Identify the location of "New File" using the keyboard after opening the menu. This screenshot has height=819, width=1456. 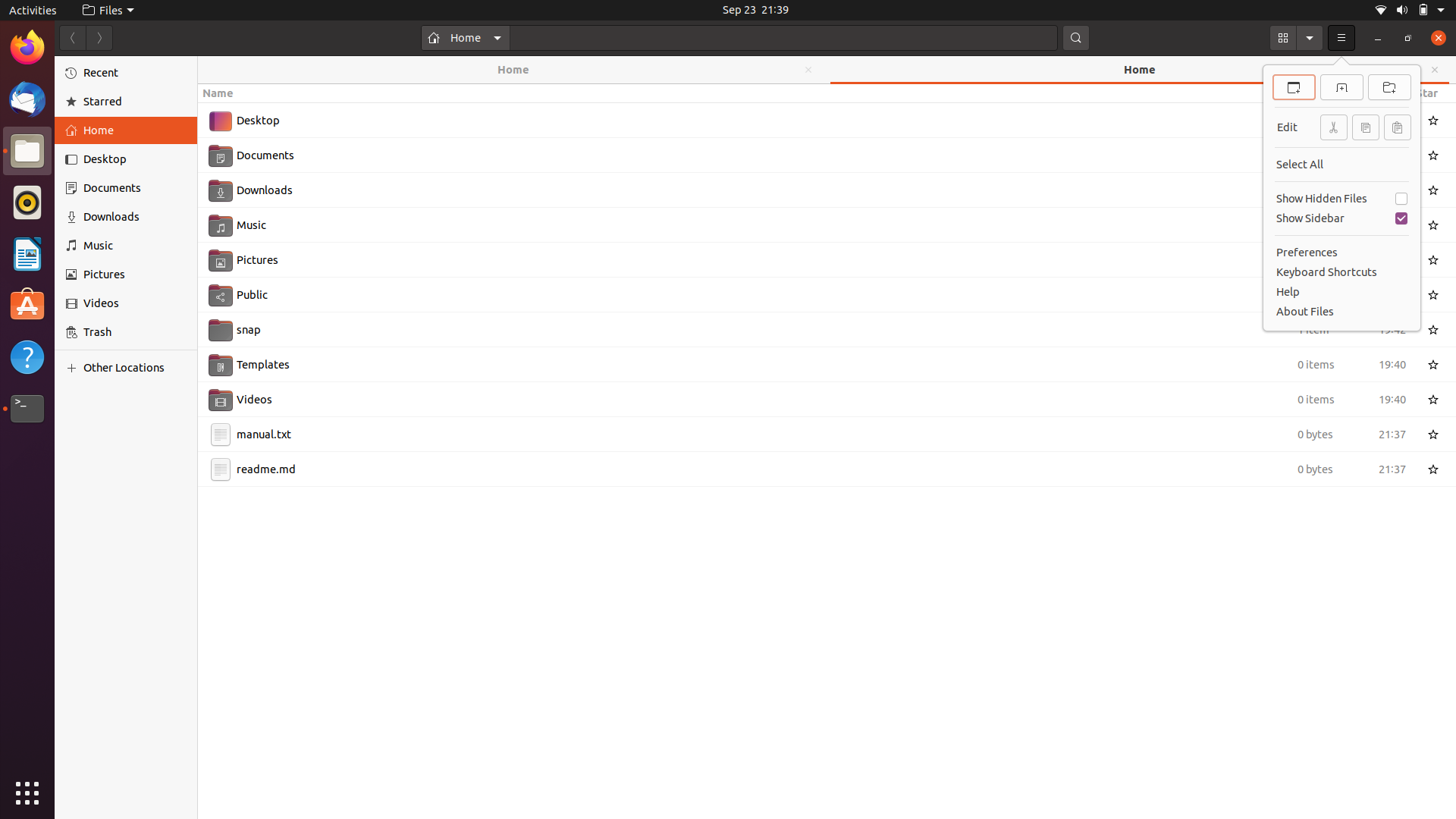
(1341, 37).